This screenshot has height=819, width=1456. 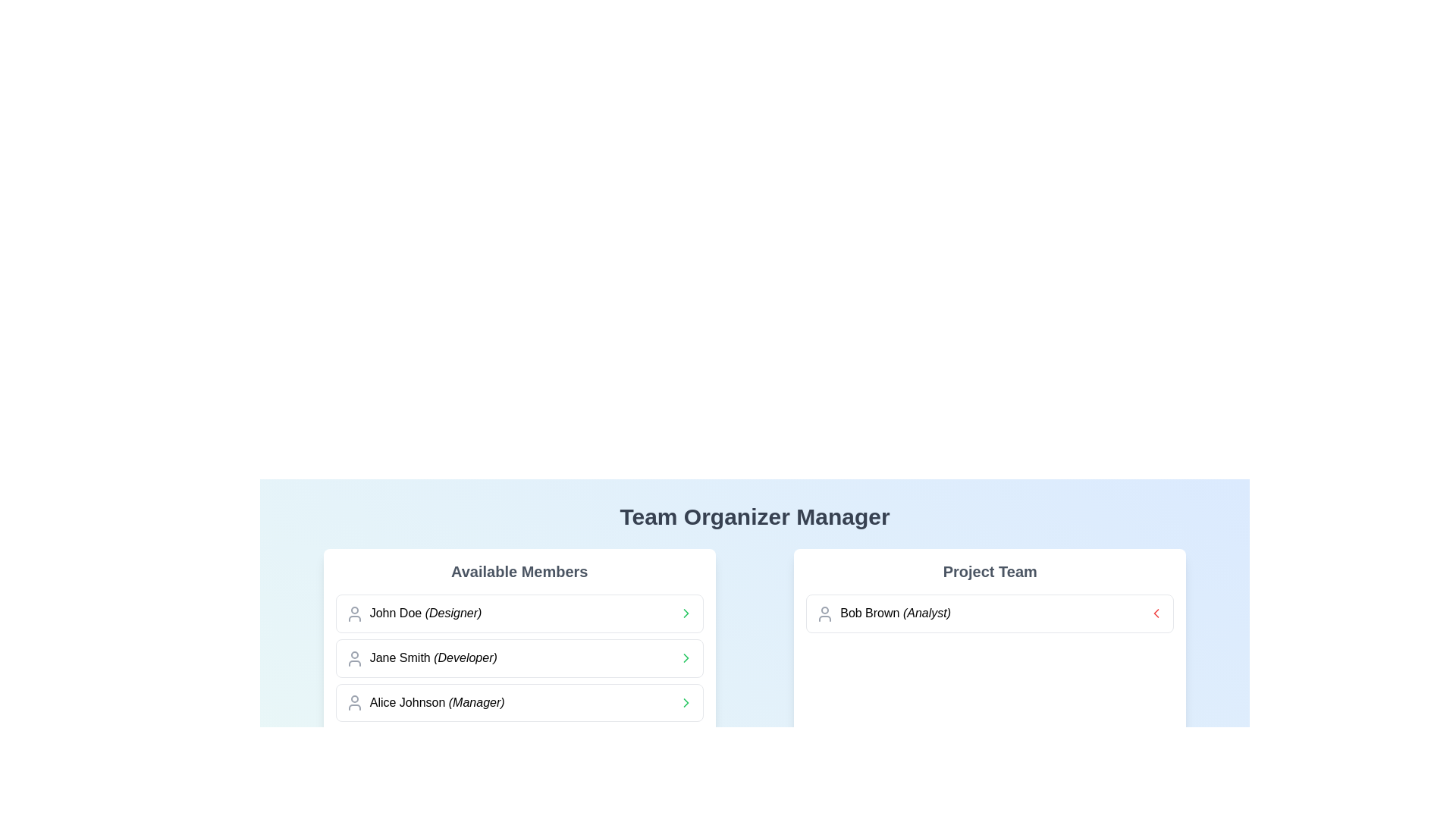 What do you see at coordinates (870, 612) in the screenshot?
I see `the text label 'Bob Brown' located in the 'Project Team' section, styled in bold black font, positioned horizontally between a user icon and the text '(Analyst)'` at bounding box center [870, 612].